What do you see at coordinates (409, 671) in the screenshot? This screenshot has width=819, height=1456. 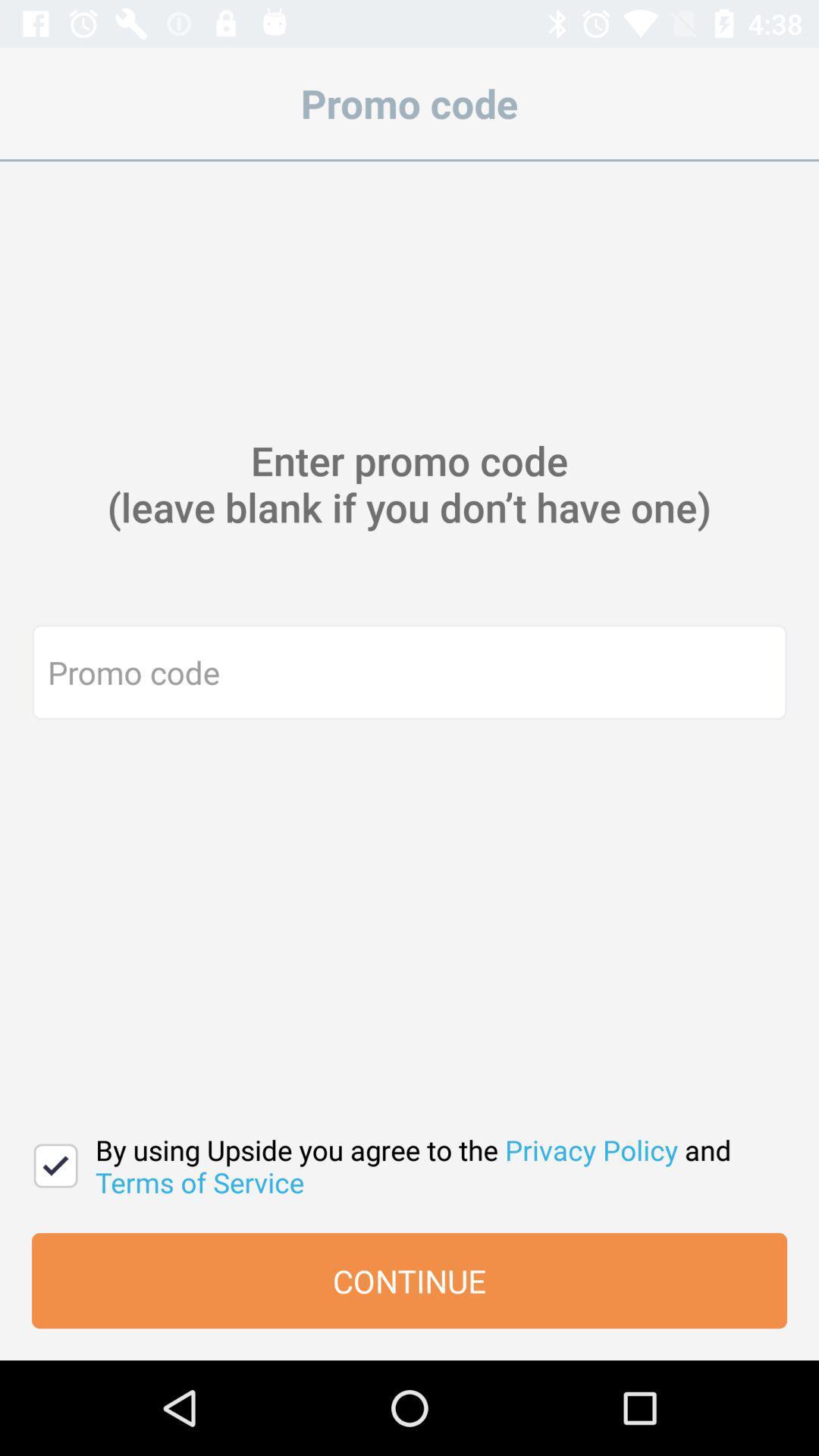 I see `promo code` at bounding box center [409, 671].